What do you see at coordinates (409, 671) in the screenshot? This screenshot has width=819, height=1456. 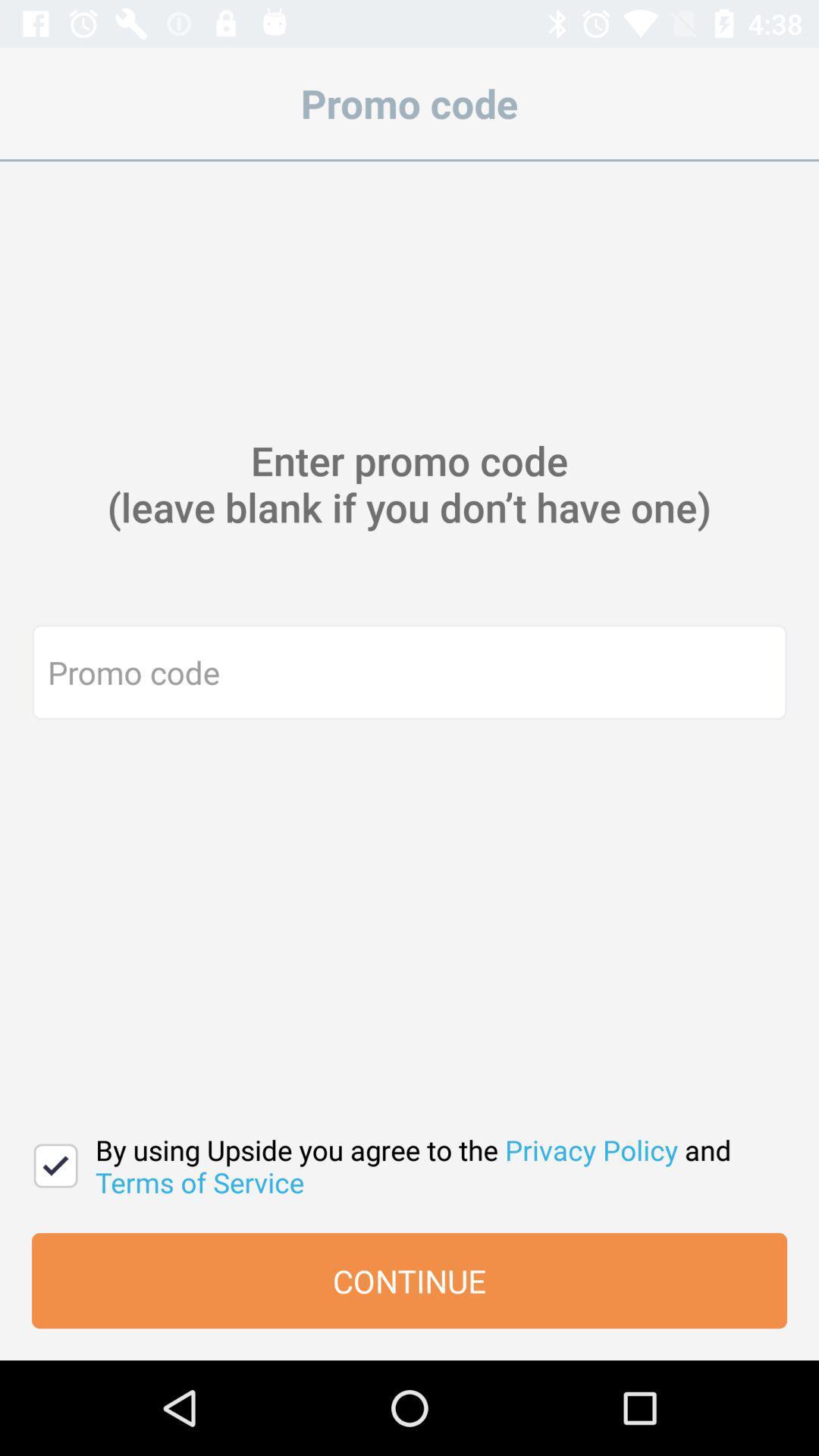 I see `promo code` at bounding box center [409, 671].